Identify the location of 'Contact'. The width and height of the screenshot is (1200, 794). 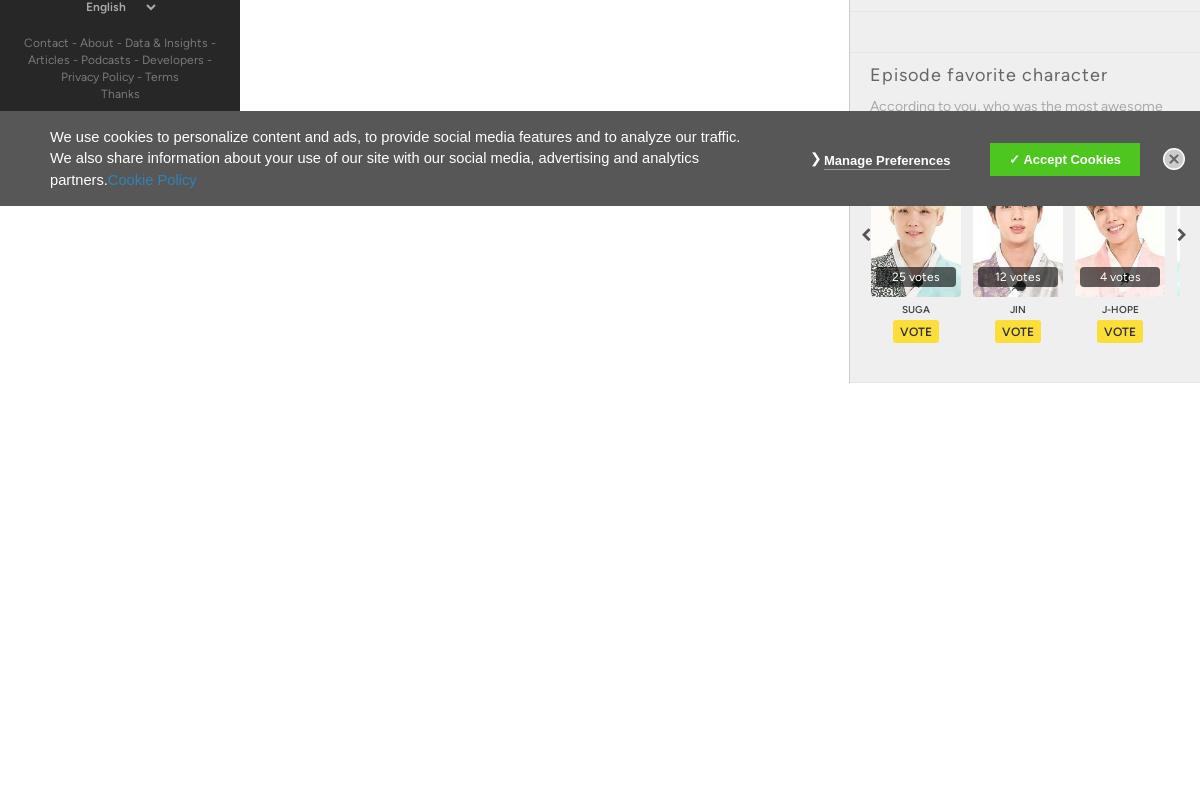
(24, 42).